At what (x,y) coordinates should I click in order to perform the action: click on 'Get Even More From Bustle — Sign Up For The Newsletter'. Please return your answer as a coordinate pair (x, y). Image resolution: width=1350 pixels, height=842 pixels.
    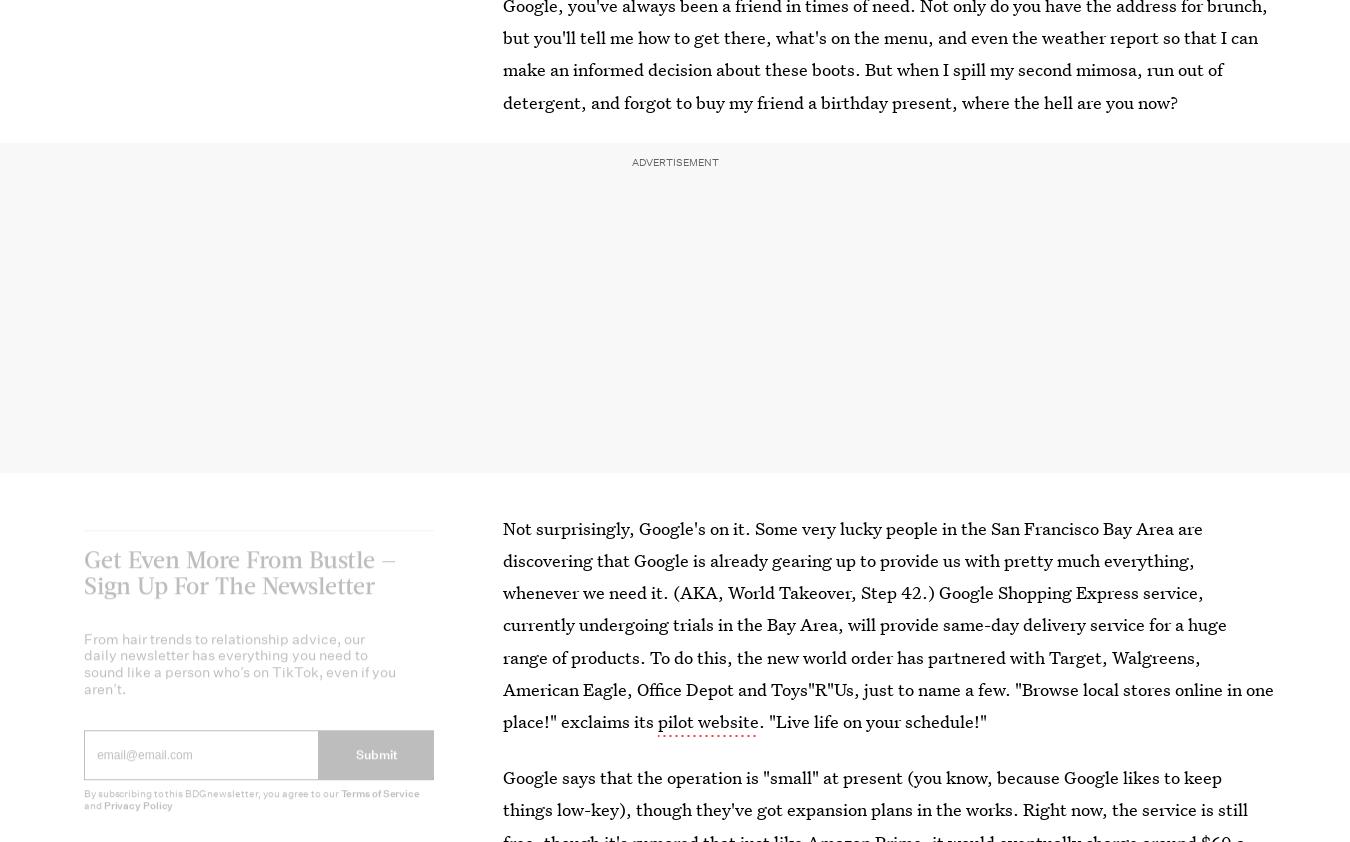
    Looking at the image, I should click on (239, 585).